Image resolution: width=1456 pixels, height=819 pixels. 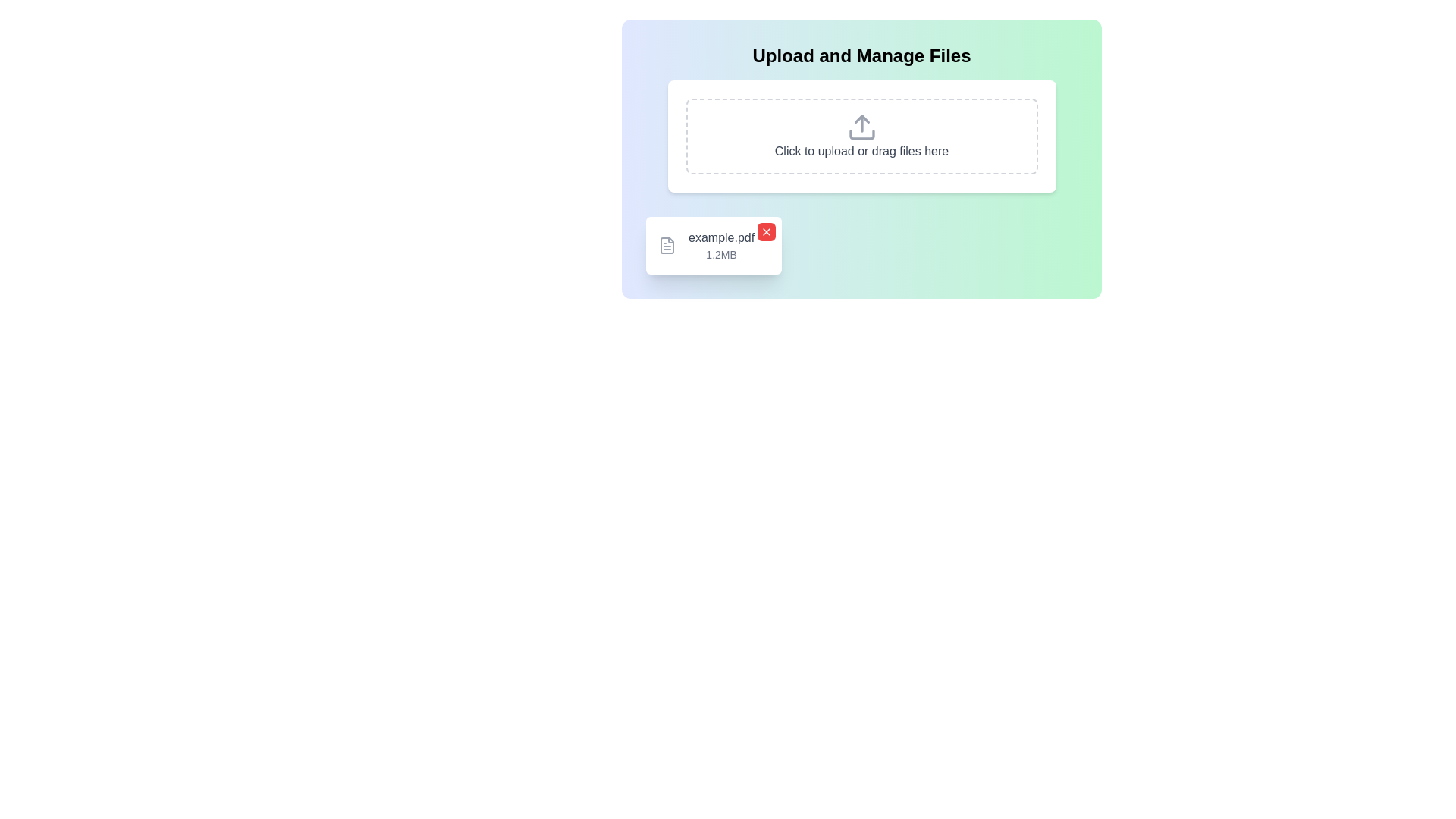 What do you see at coordinates (861, 136) in the screenshot?
I see `the Interactive file upload area, which is a rectangular area with a dashed border and an upward arrow icon` at bounding box center [861, 136].